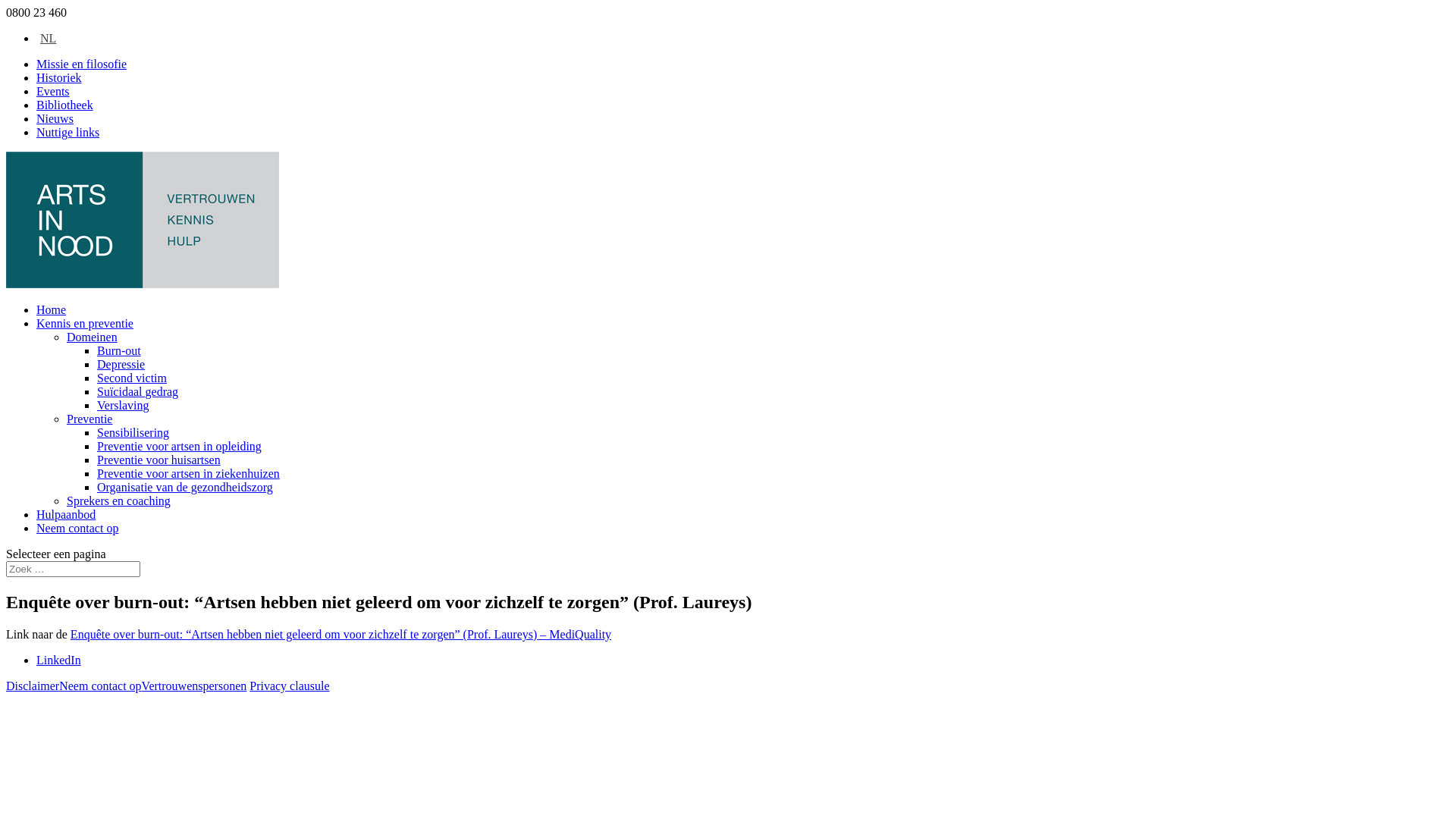  Describe the element at coordinates (91, 336) in the screenshot. I see `'Domeinen'` at that location.